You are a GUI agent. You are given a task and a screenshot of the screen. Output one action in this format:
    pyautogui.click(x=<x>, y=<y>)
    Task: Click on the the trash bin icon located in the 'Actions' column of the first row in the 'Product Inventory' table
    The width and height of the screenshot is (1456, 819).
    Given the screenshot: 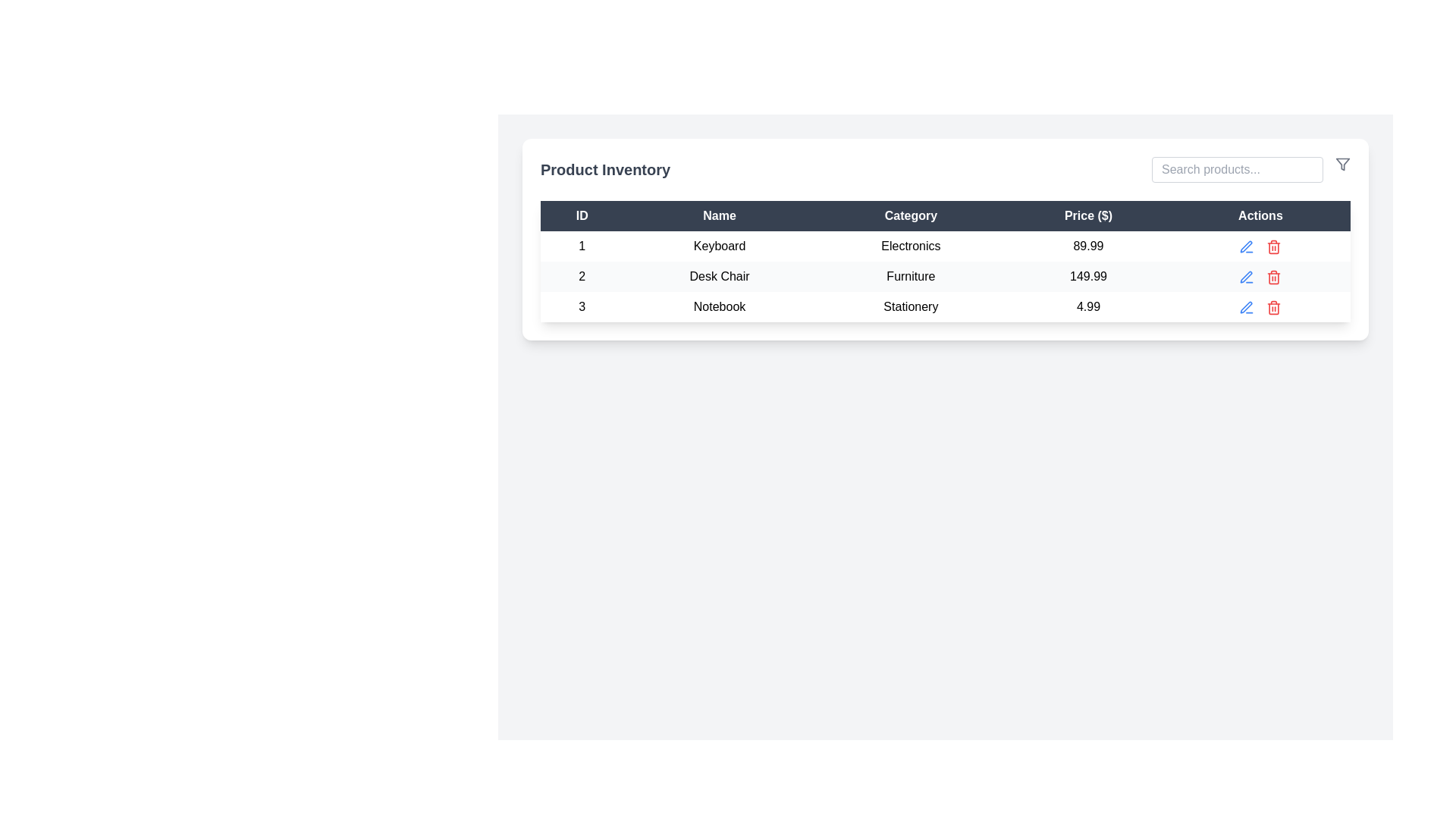 What is the action you would take?
    pyautogui.click(x=1274, y=246)
    